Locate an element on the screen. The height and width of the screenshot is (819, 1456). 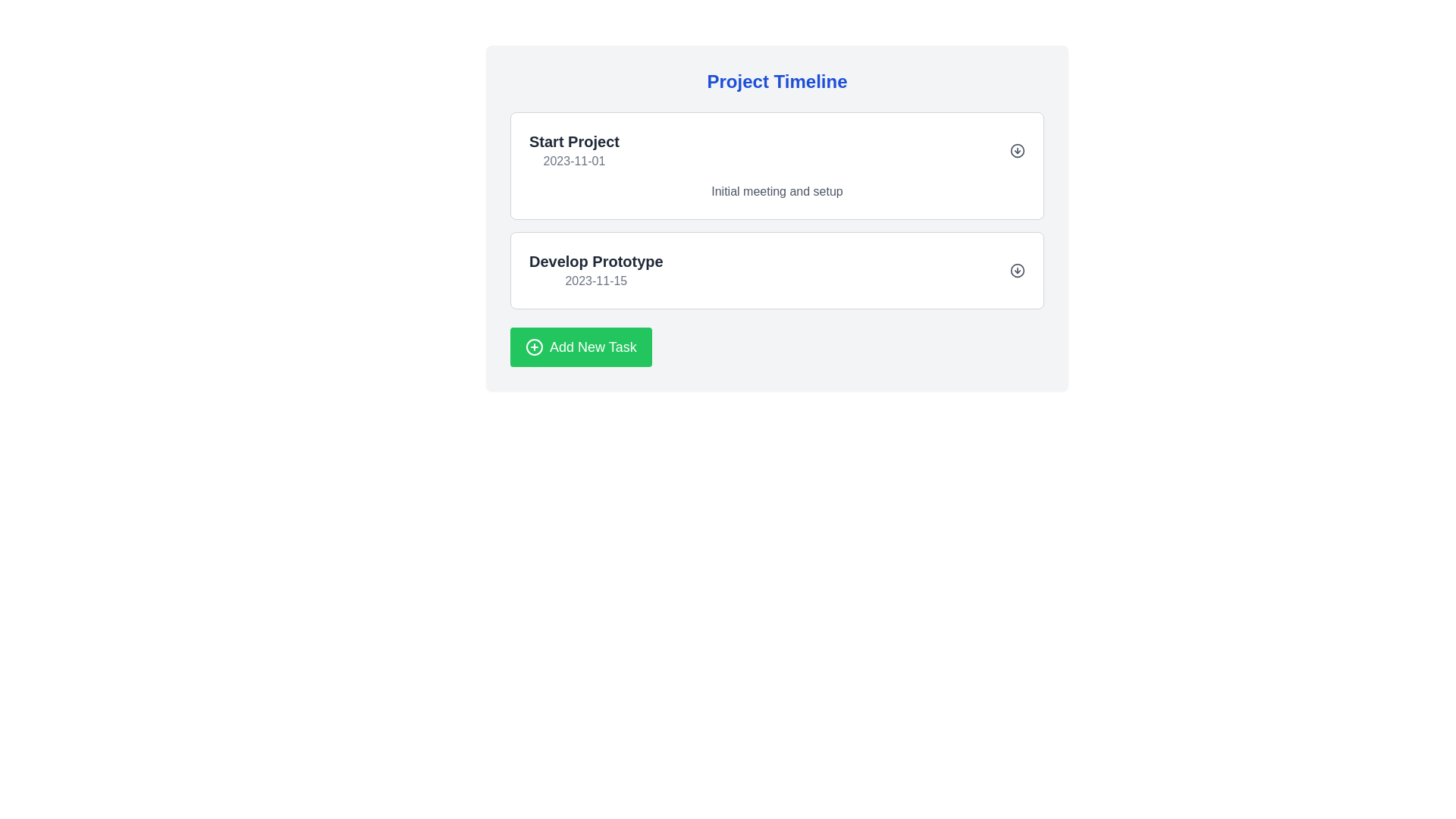
the circular icon with a plus sign at its center, located to the left of the 'Add New Task' button, to trigger a hover effect is located at coordinates (535, 347).